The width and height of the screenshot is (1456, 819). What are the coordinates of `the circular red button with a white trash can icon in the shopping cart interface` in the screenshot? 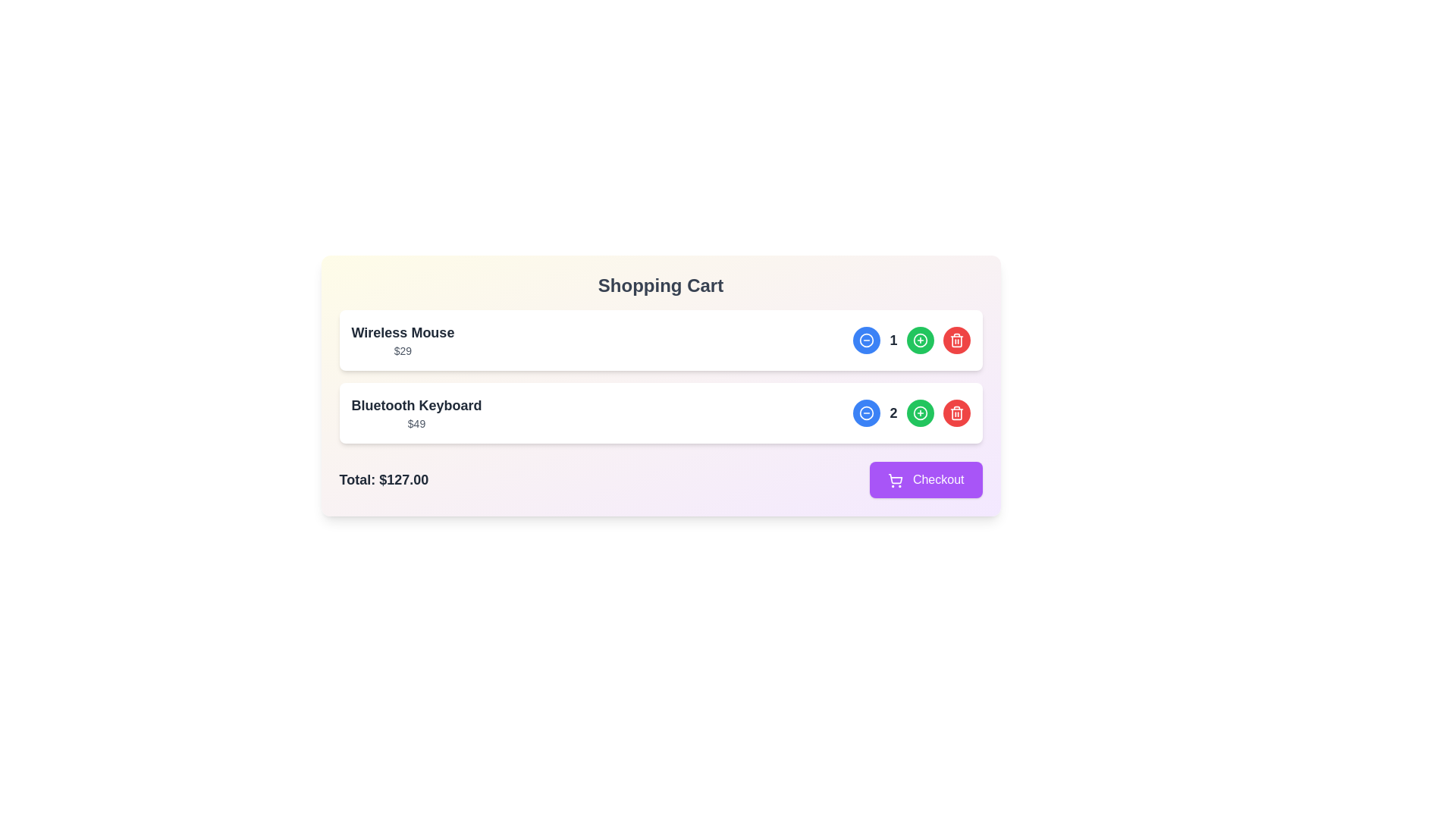 It's located at (955, 413).